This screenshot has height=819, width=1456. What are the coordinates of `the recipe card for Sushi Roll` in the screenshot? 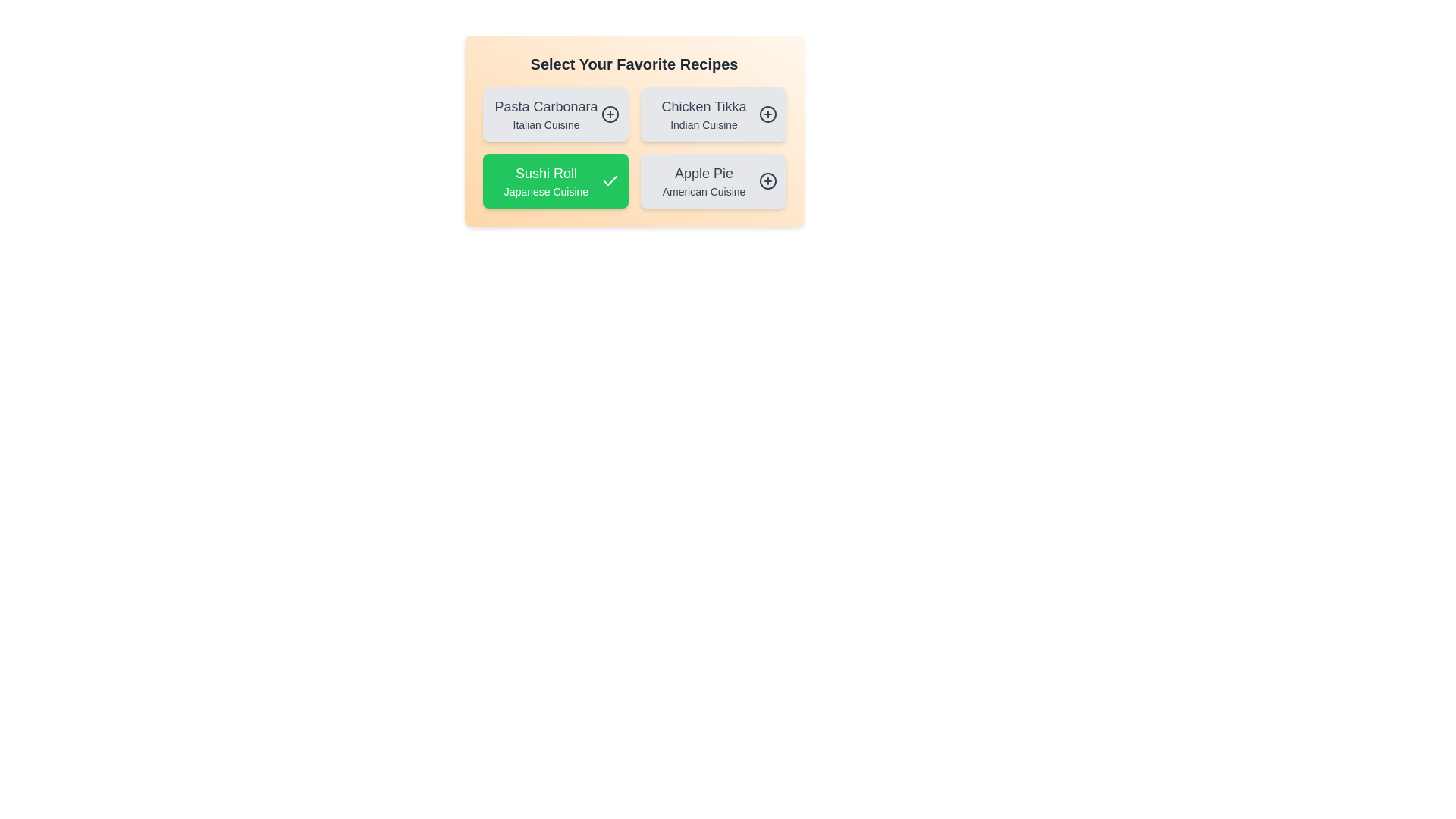 It's located at (554, 180).